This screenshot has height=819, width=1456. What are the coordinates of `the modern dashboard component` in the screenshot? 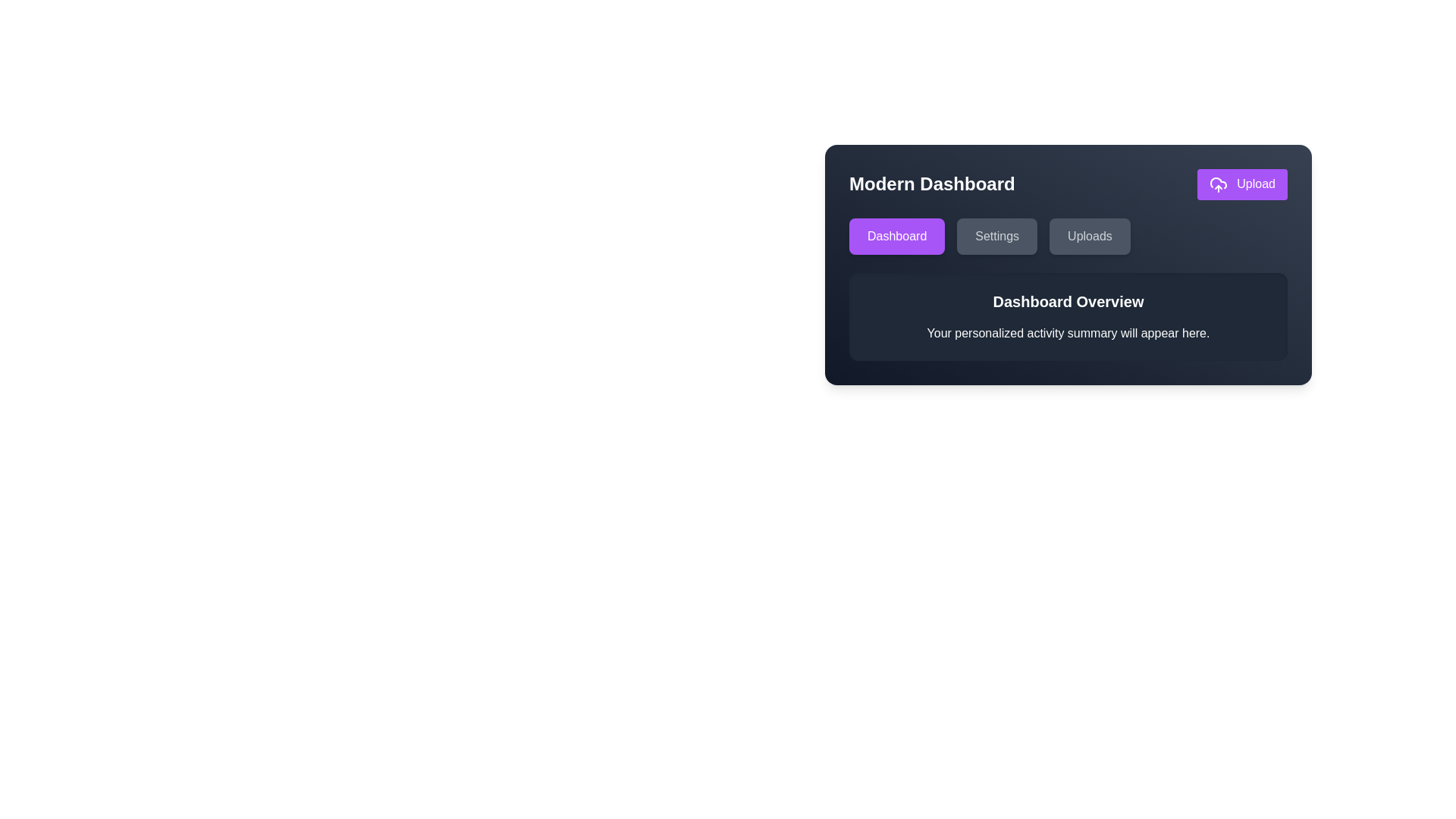 It's located at (1068, 263).